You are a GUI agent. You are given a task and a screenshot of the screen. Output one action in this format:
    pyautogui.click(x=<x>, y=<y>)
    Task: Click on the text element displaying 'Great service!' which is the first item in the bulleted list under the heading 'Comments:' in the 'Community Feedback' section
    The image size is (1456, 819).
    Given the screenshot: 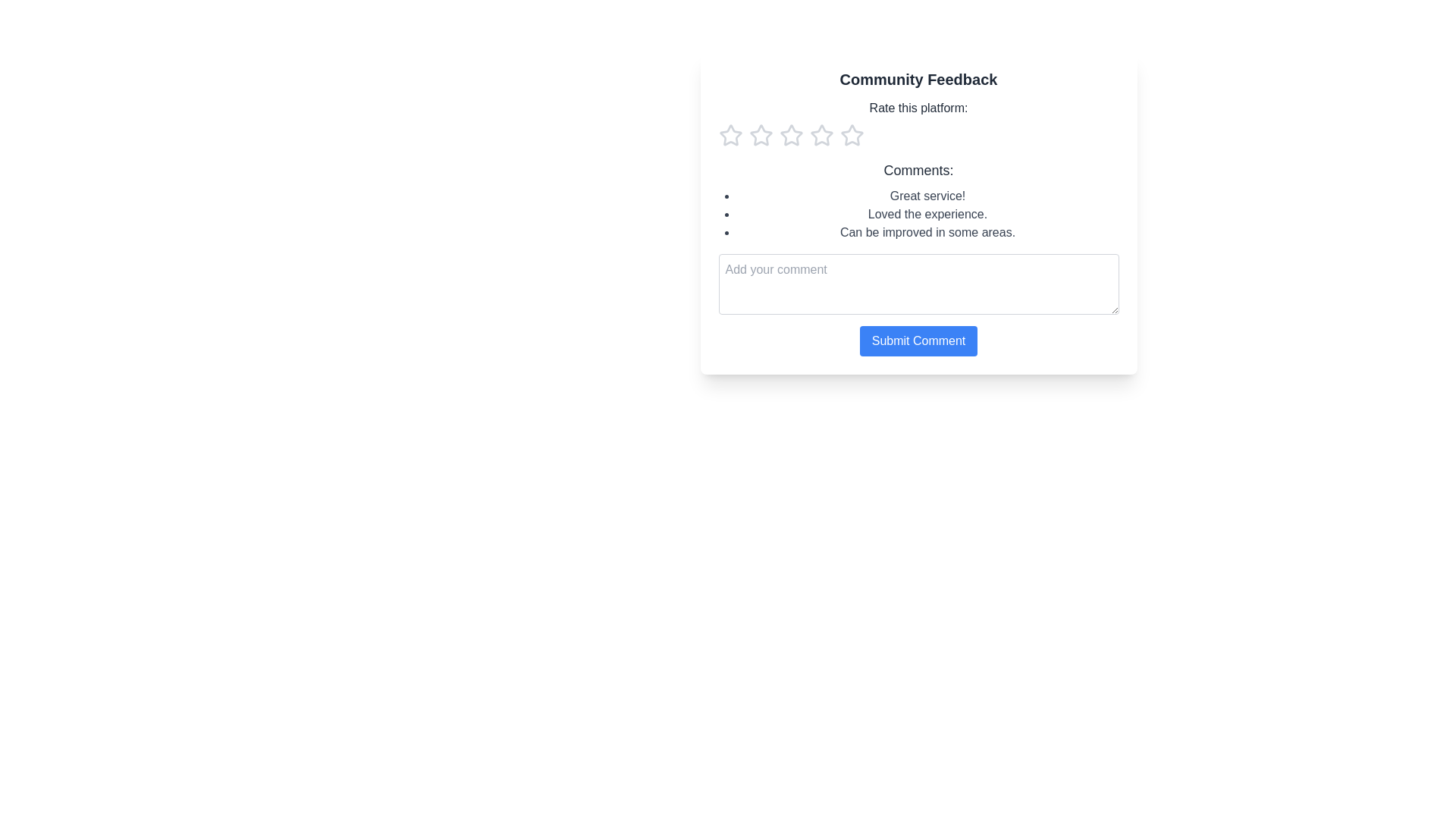 What is the action you would take?
    pyautogui.click(x=927, y=195)
    